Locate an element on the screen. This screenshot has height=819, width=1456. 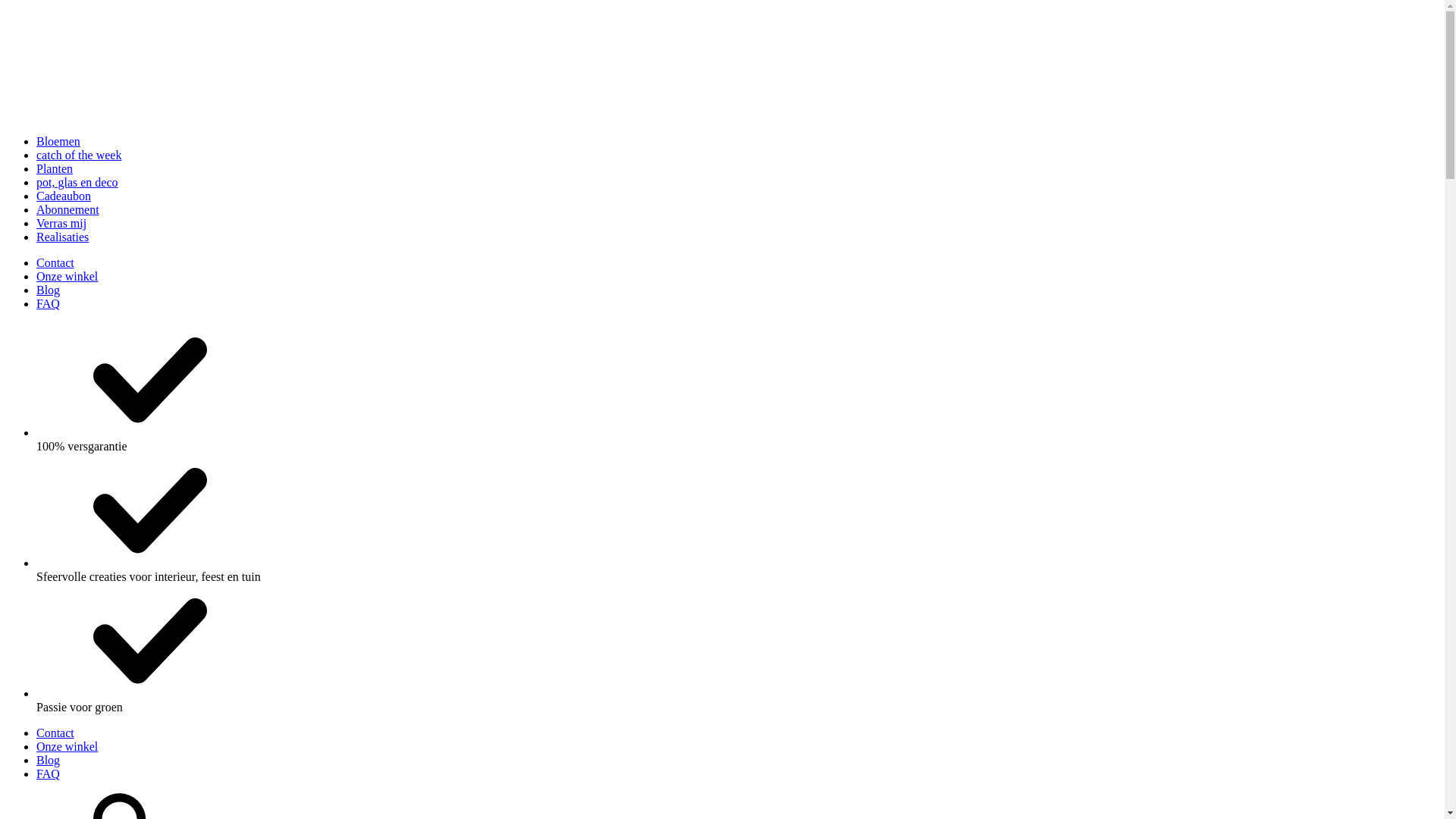
'Verras mij' is located at coordinates (61, 223).